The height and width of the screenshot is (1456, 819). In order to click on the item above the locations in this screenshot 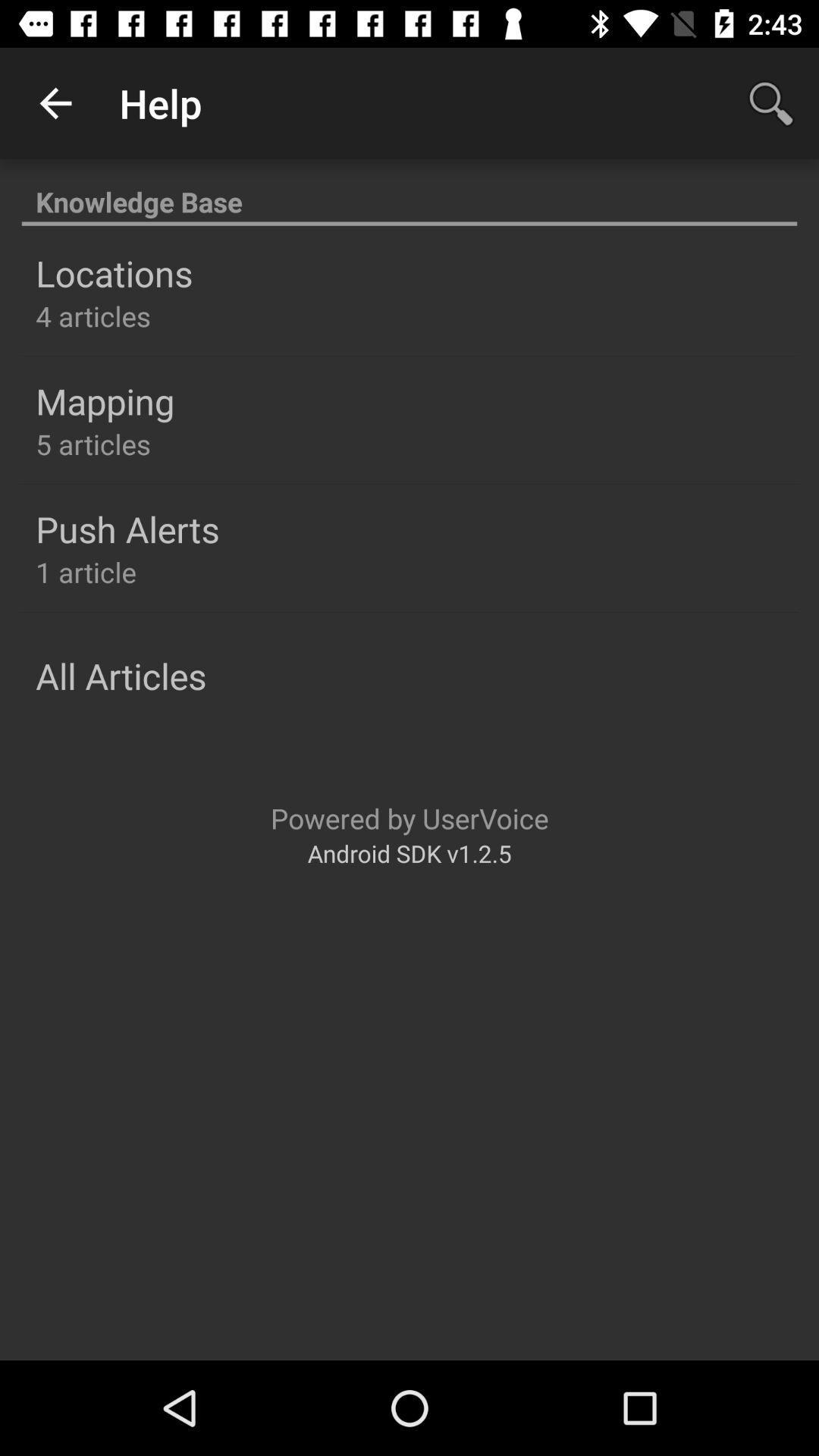, I will do `click(409, 193)`.